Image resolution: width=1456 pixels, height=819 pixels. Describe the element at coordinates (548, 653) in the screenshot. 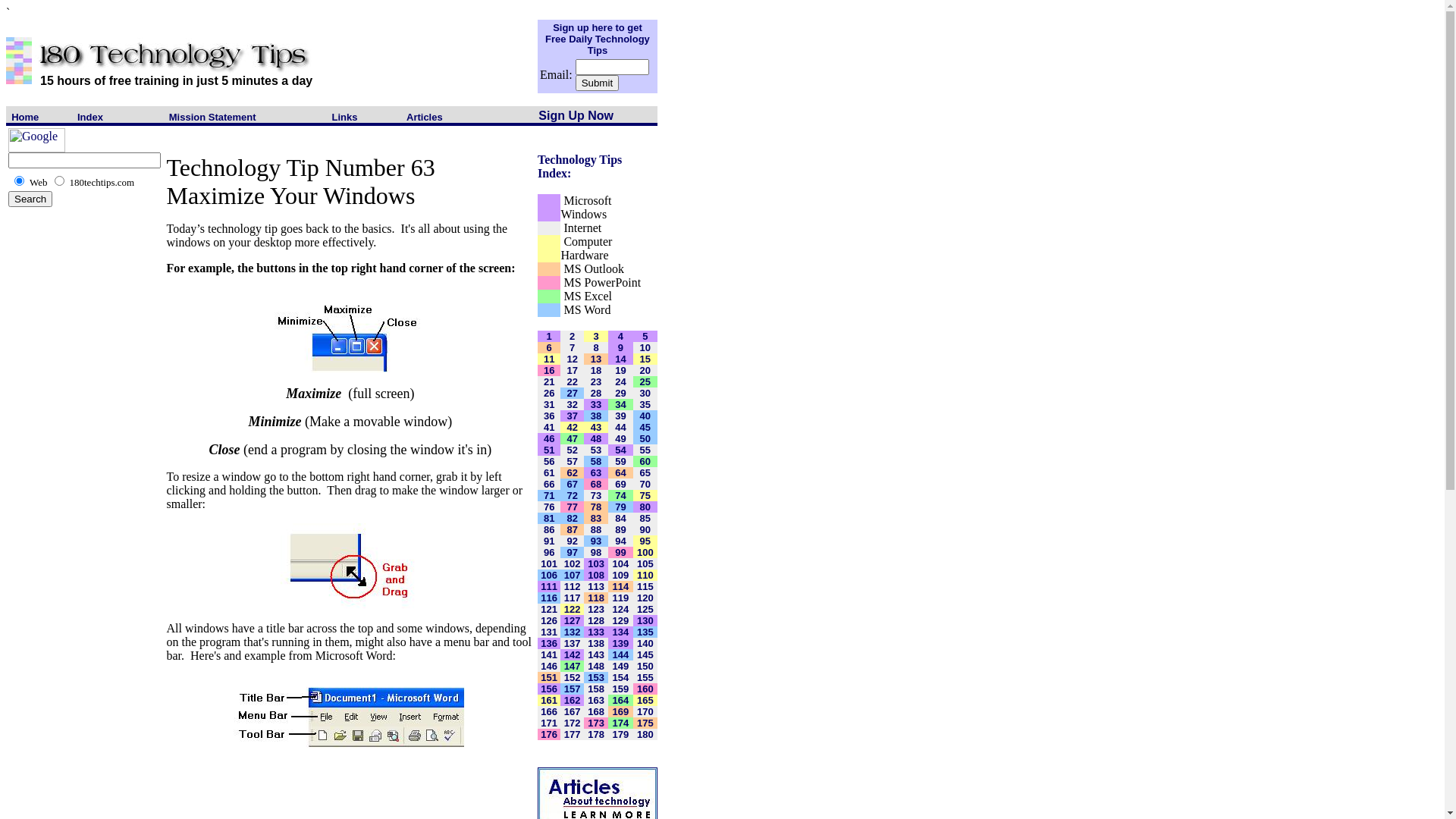

I see `'141'` at that location.